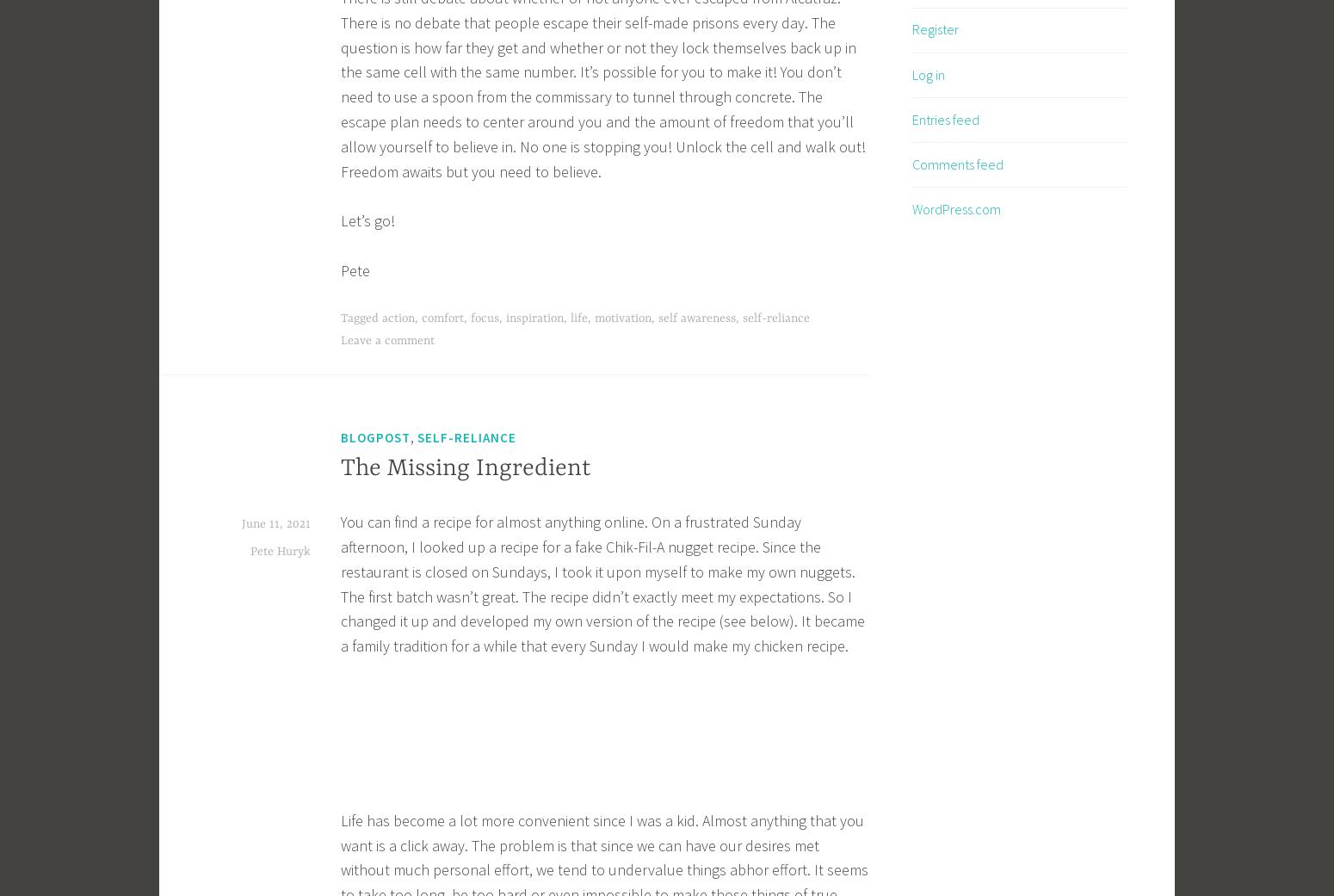 The width and height of the screenshot is (1334, 896). I want to click on 'action', so click(382, 318).